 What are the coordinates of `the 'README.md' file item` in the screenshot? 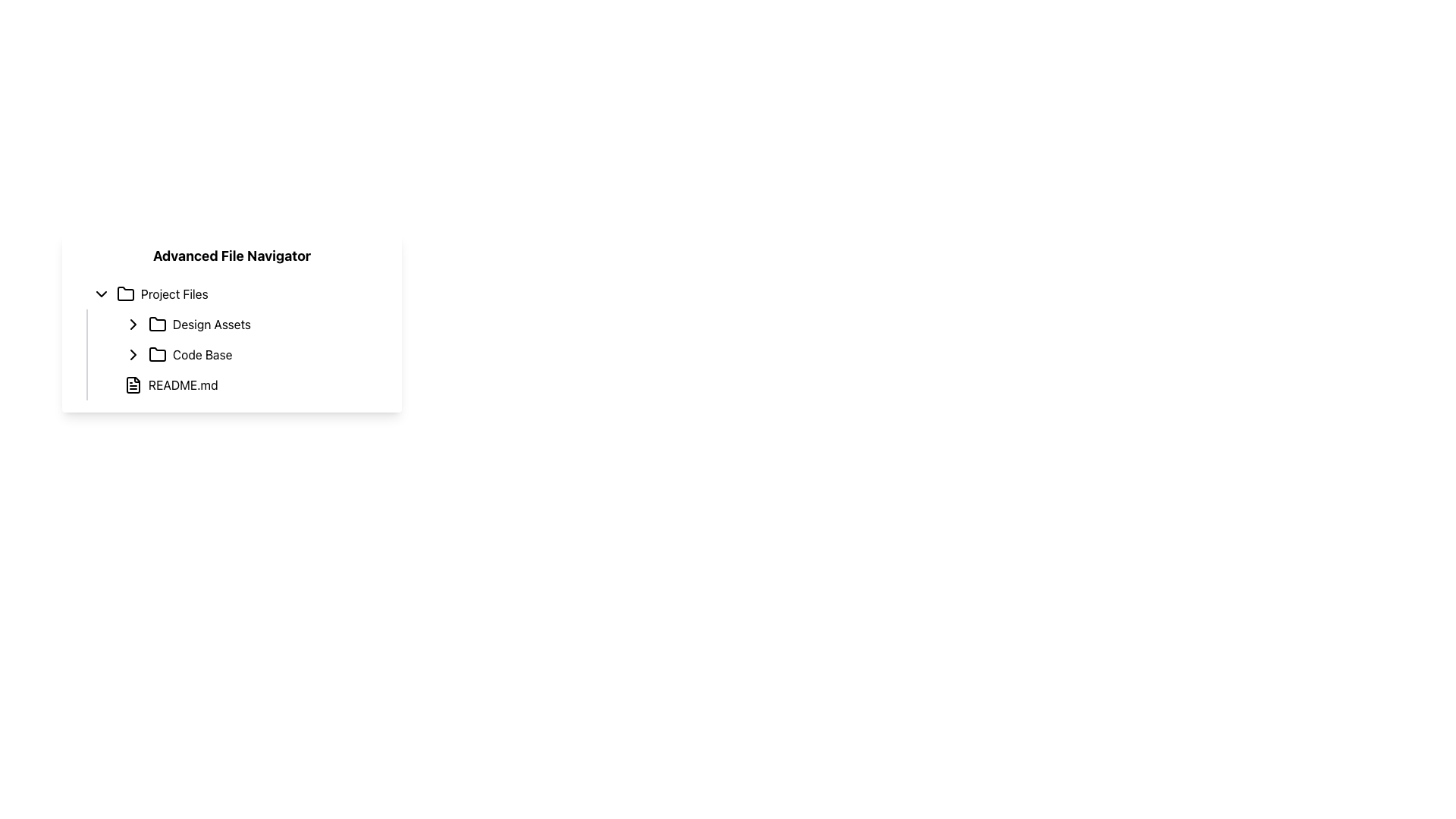 It's located at (182, 384).